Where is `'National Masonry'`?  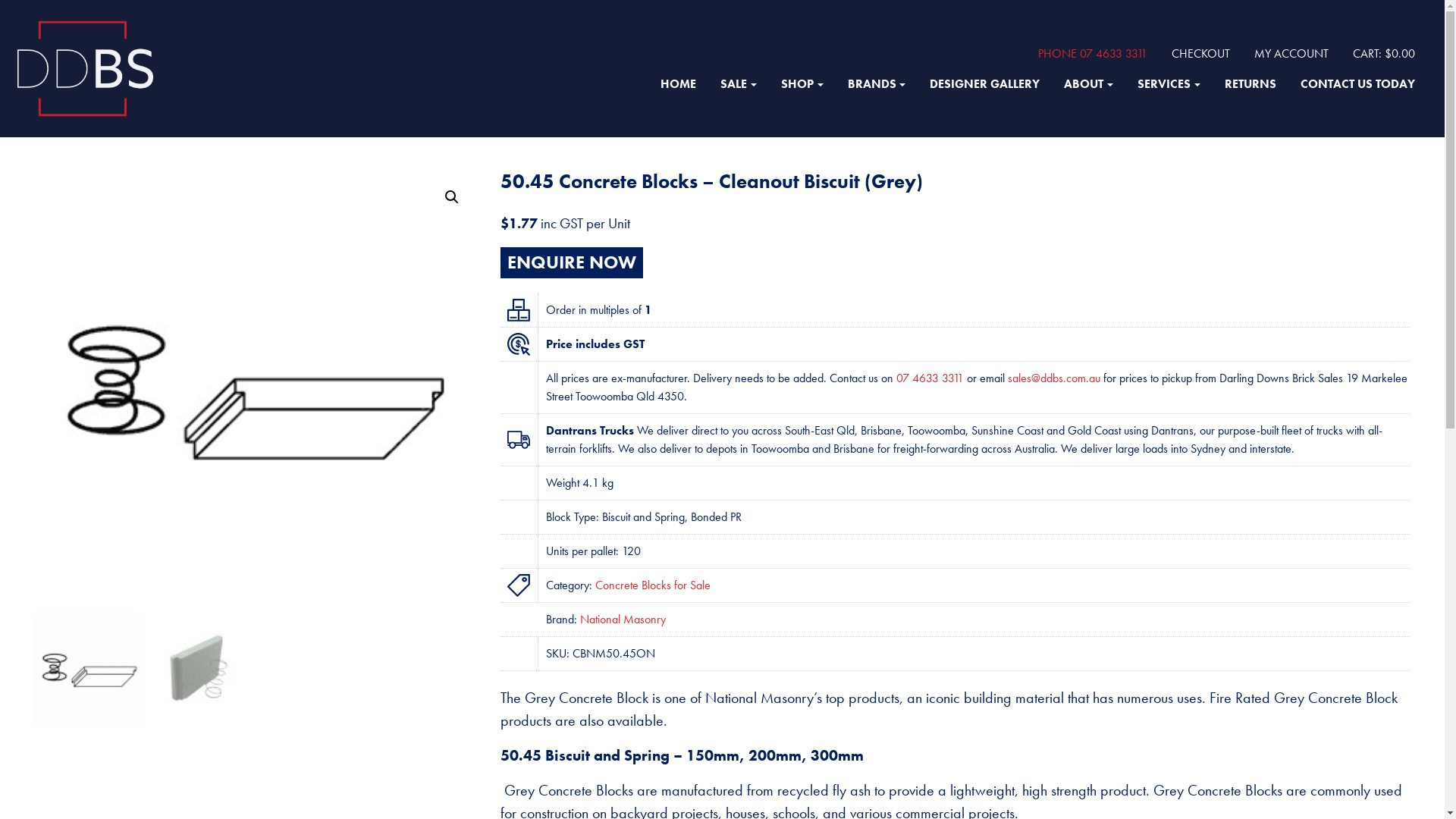
'National Masonry' is located at coordinates (623, 619).